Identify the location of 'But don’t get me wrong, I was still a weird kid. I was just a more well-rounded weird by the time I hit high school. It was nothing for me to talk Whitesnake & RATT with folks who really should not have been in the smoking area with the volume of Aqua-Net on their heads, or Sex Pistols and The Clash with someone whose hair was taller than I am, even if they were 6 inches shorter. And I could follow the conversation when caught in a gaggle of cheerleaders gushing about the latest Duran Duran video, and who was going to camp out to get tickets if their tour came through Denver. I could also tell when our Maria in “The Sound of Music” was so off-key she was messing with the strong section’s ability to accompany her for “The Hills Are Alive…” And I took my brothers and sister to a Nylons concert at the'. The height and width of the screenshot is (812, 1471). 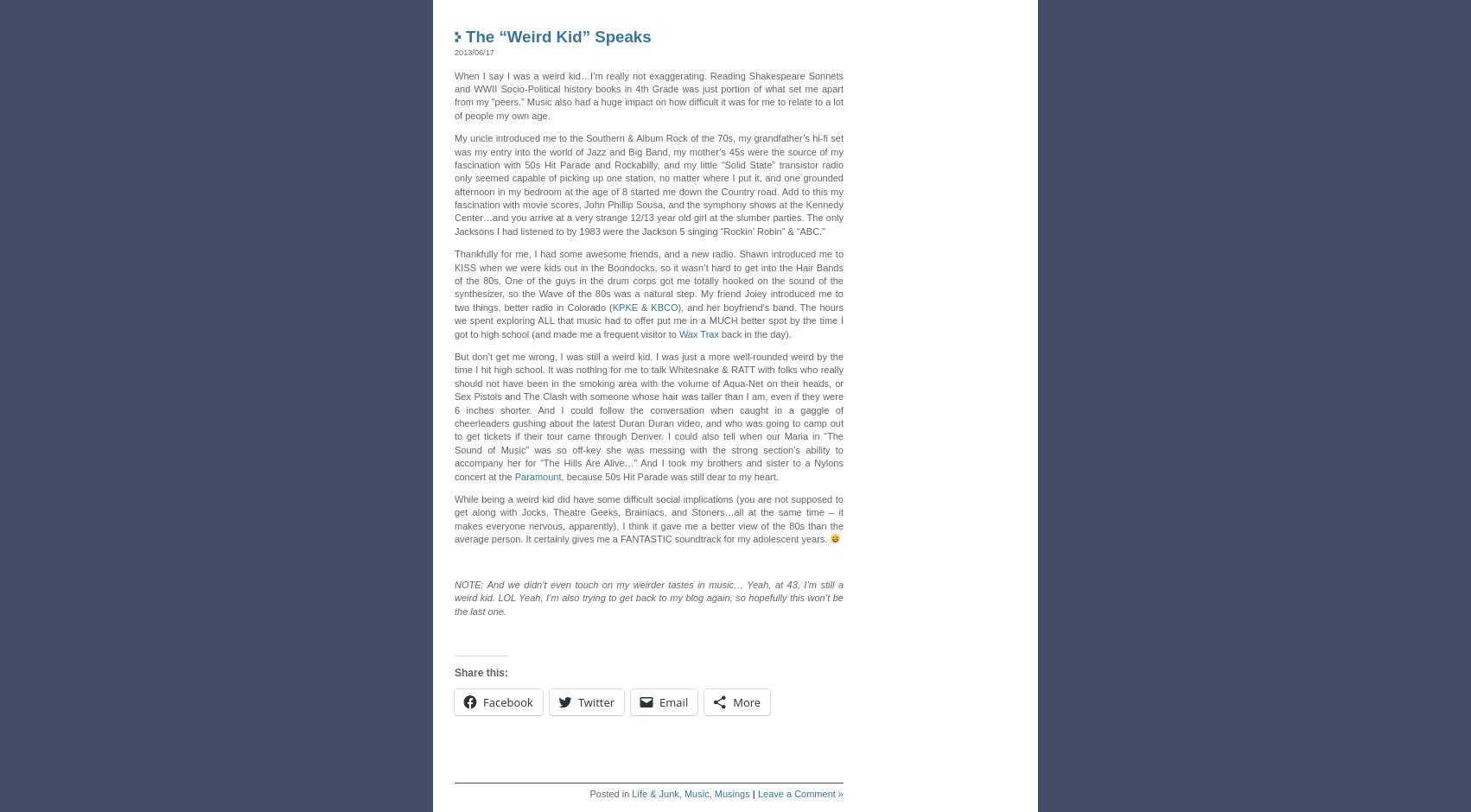
(647, 416).